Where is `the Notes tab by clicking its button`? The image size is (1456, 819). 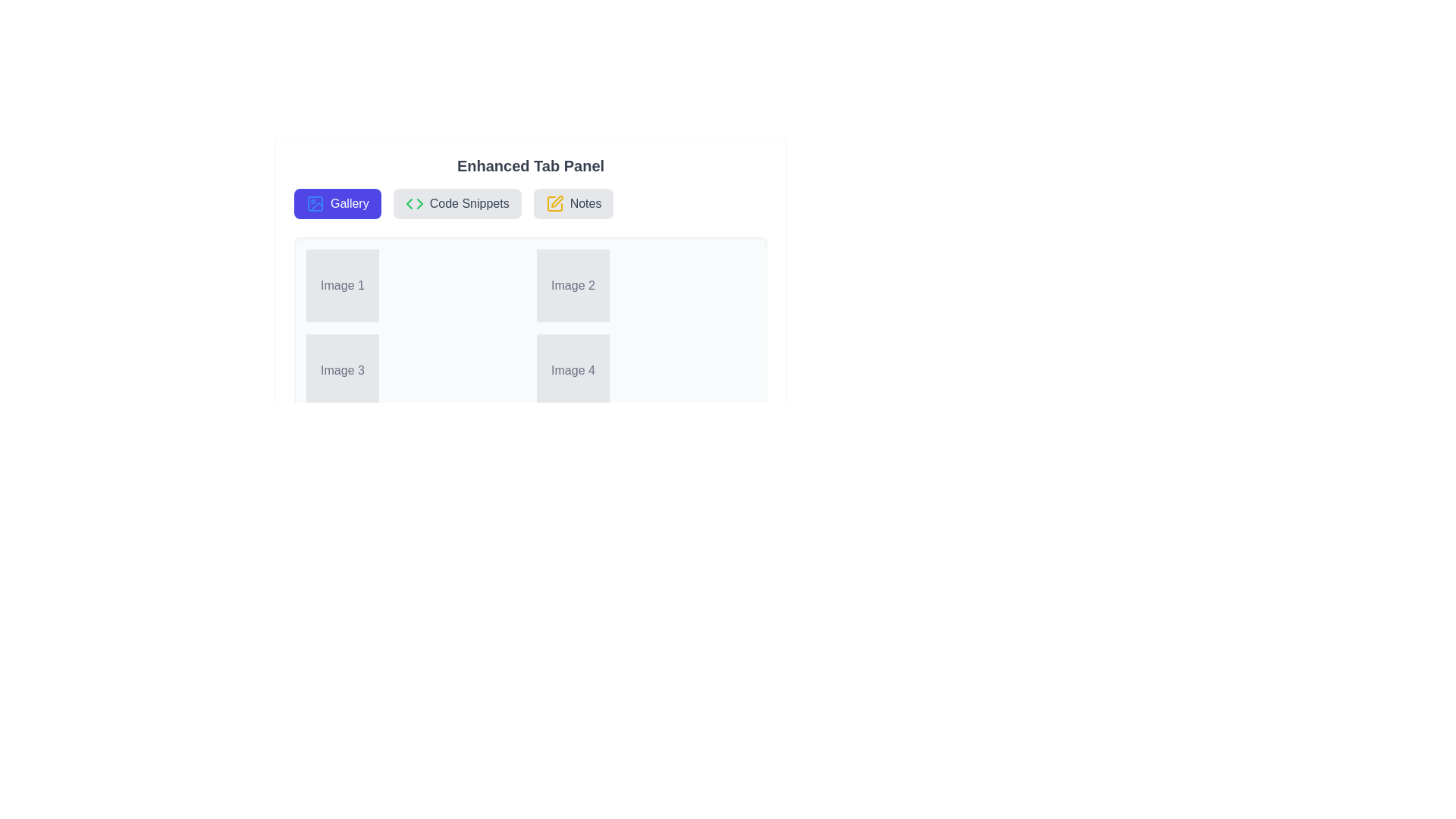
the Notes tab by clicking its button is located at coordinates (572, 203).